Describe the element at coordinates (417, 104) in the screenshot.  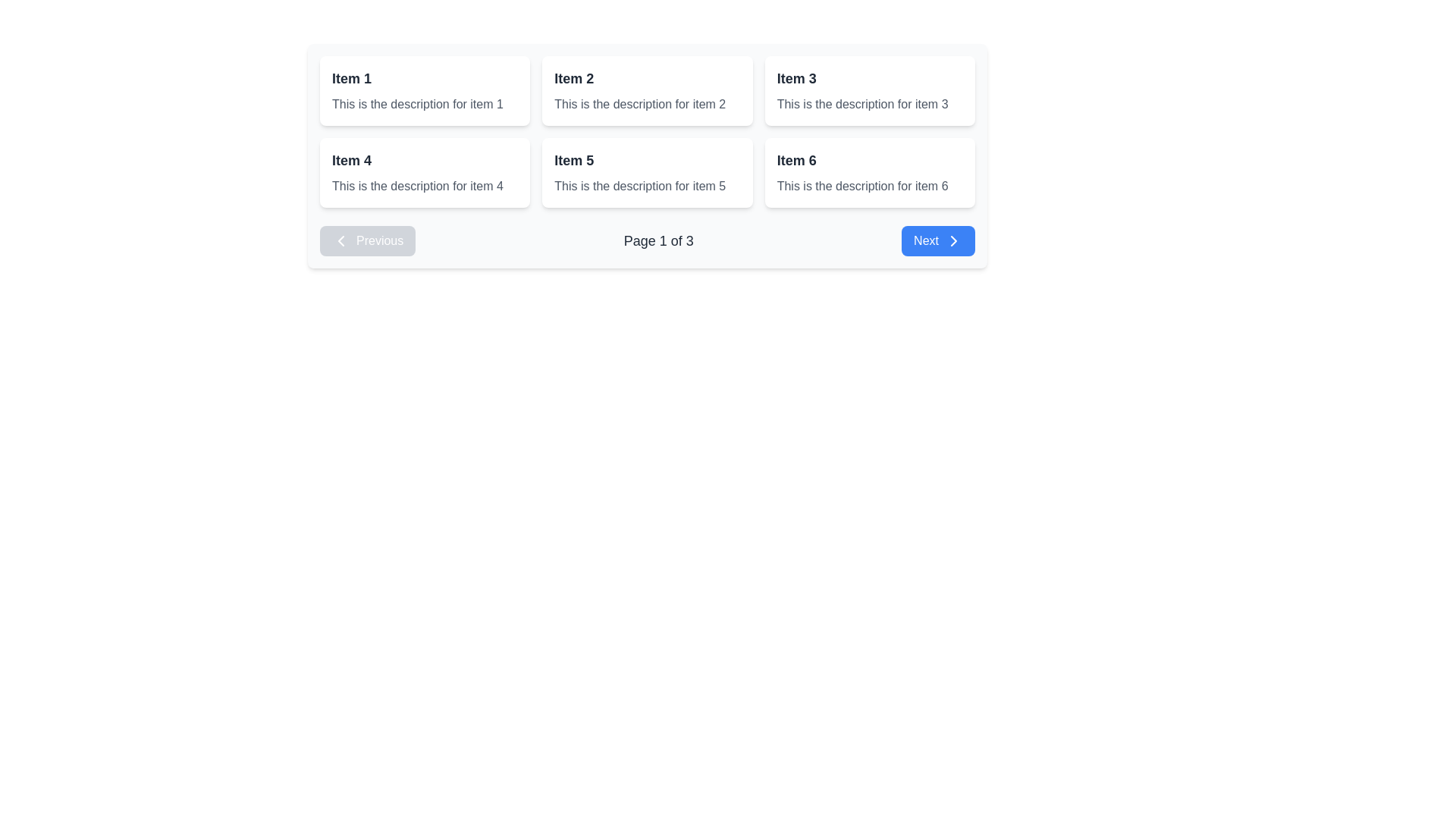
I see `the Text label that reads 'This is the description for item 1', which is styled in gray and located directly beneath the bold title 'Item 1'` at that location.